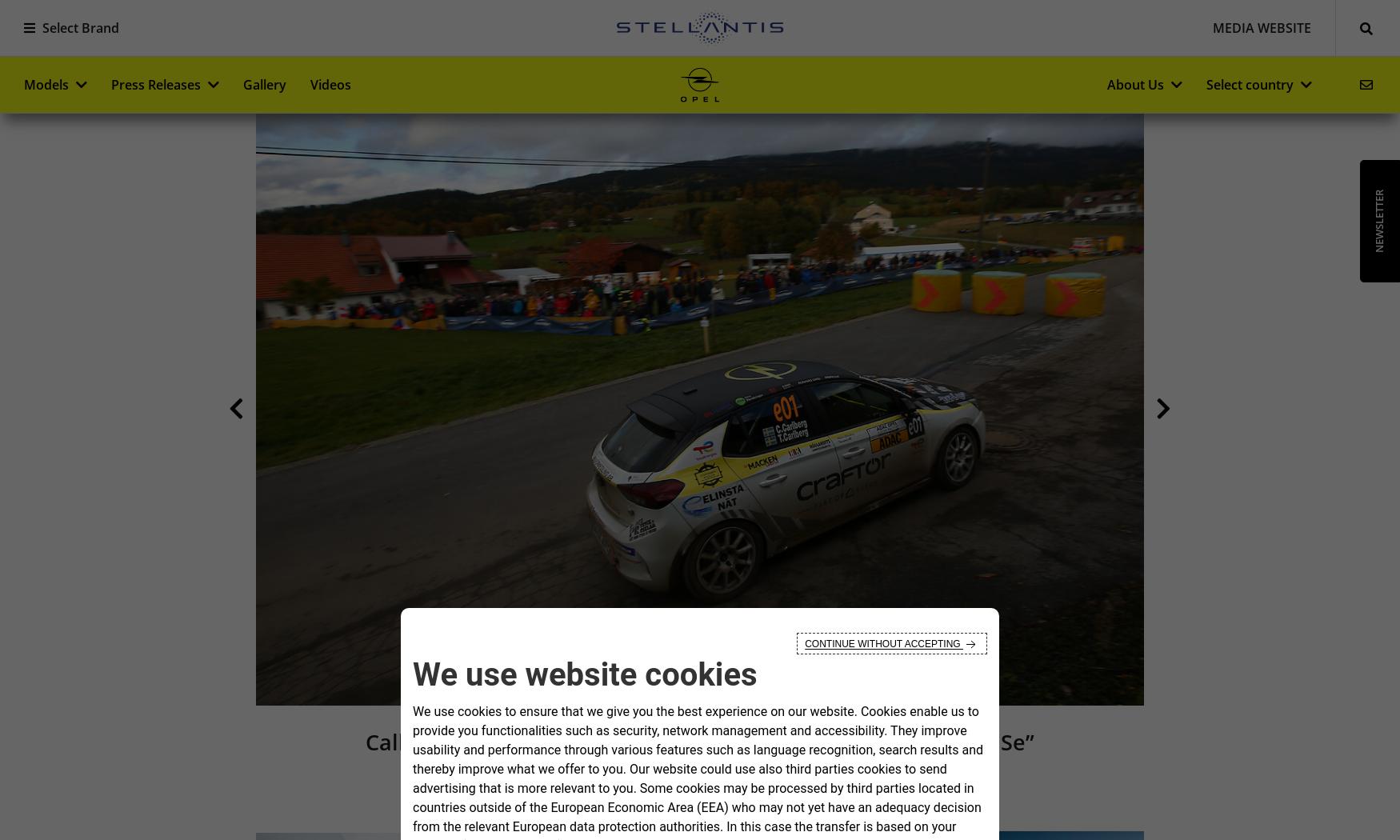 This screenshot has height=840, width=1400. Describe the element at coordinates (700, 742) in the screenshot. I see `'Calle Carlberg Wins 2023 ADAC Opel Rally Cup “powered by GSe”'` at that location.